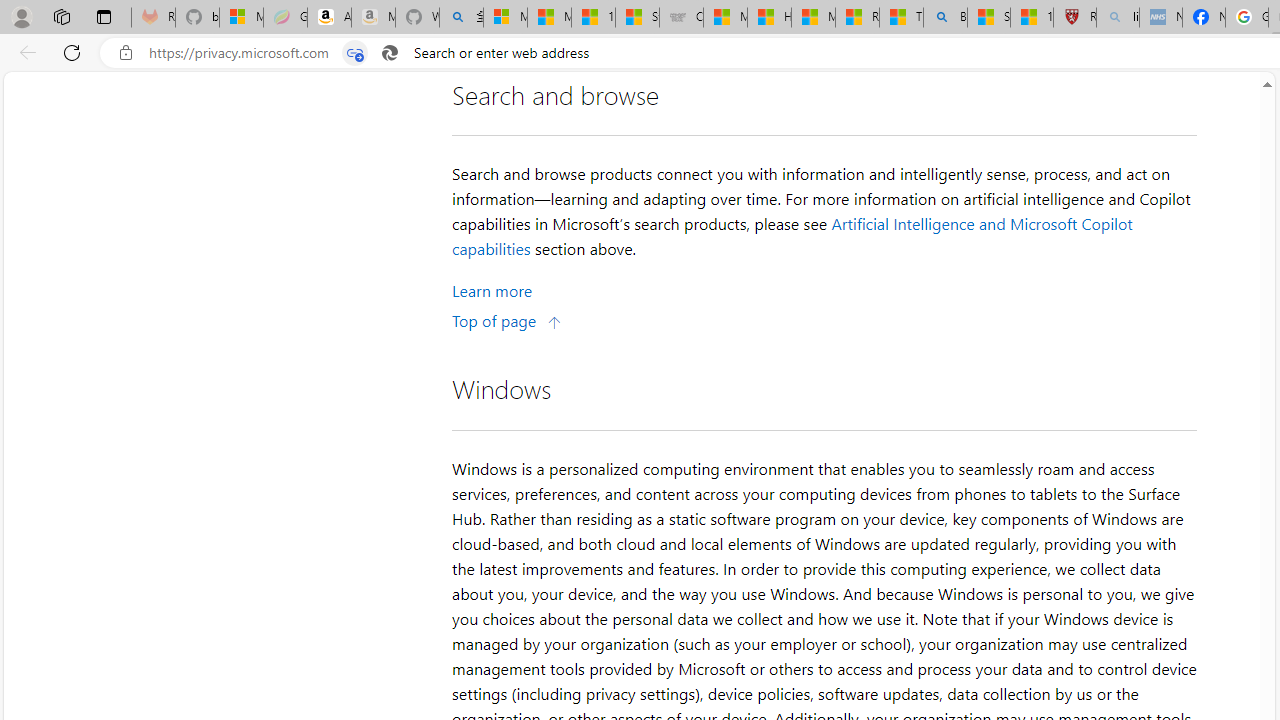 The height and width of the screenshot is (720, 1280). What do you see at coordinates (492, 290) in the screenshot?
I see `'Learn More about Search and browse'` at bounding box center [492, 290].